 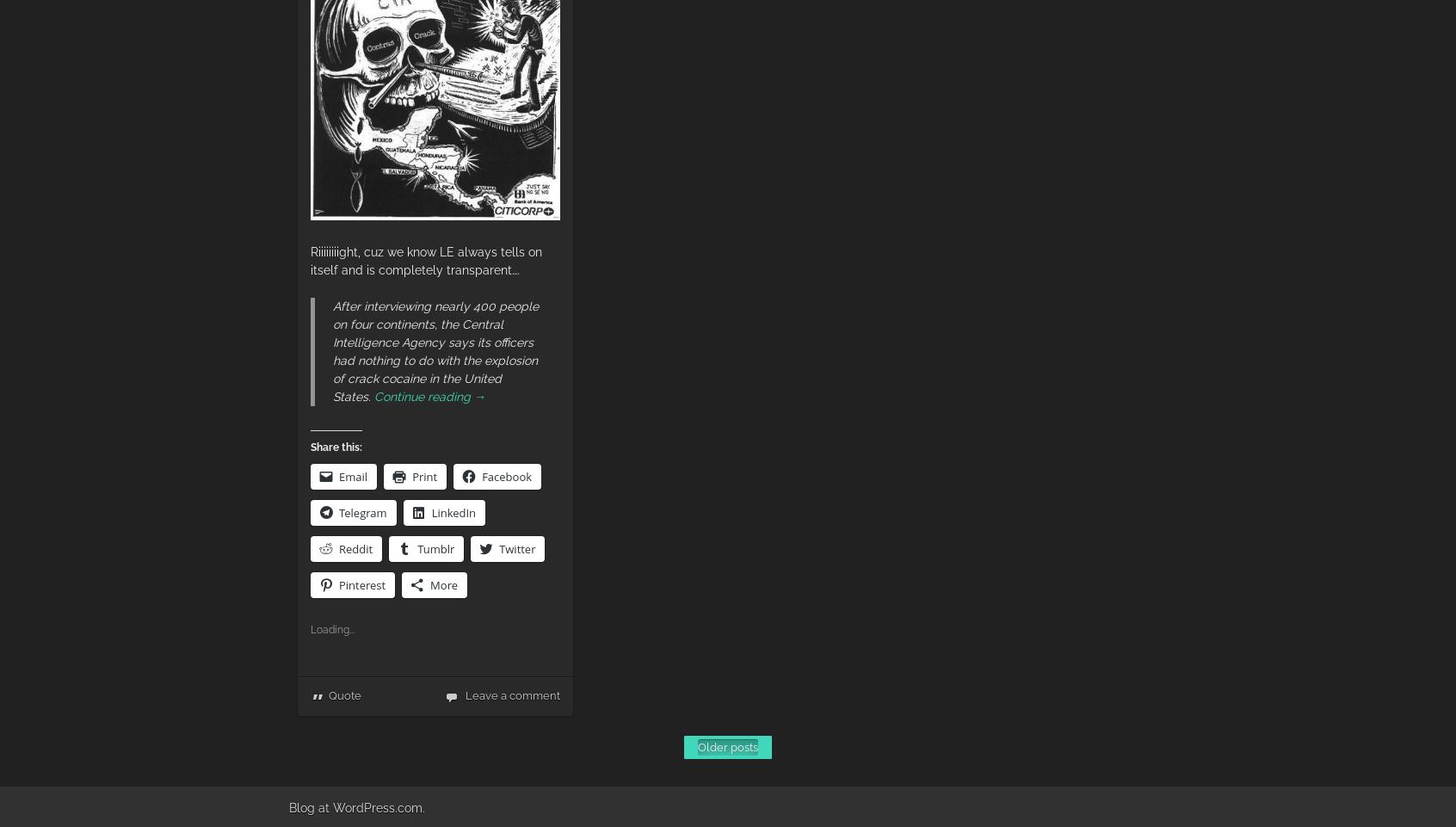 I want to click on 'Twitter', so click(x=498, y=548).